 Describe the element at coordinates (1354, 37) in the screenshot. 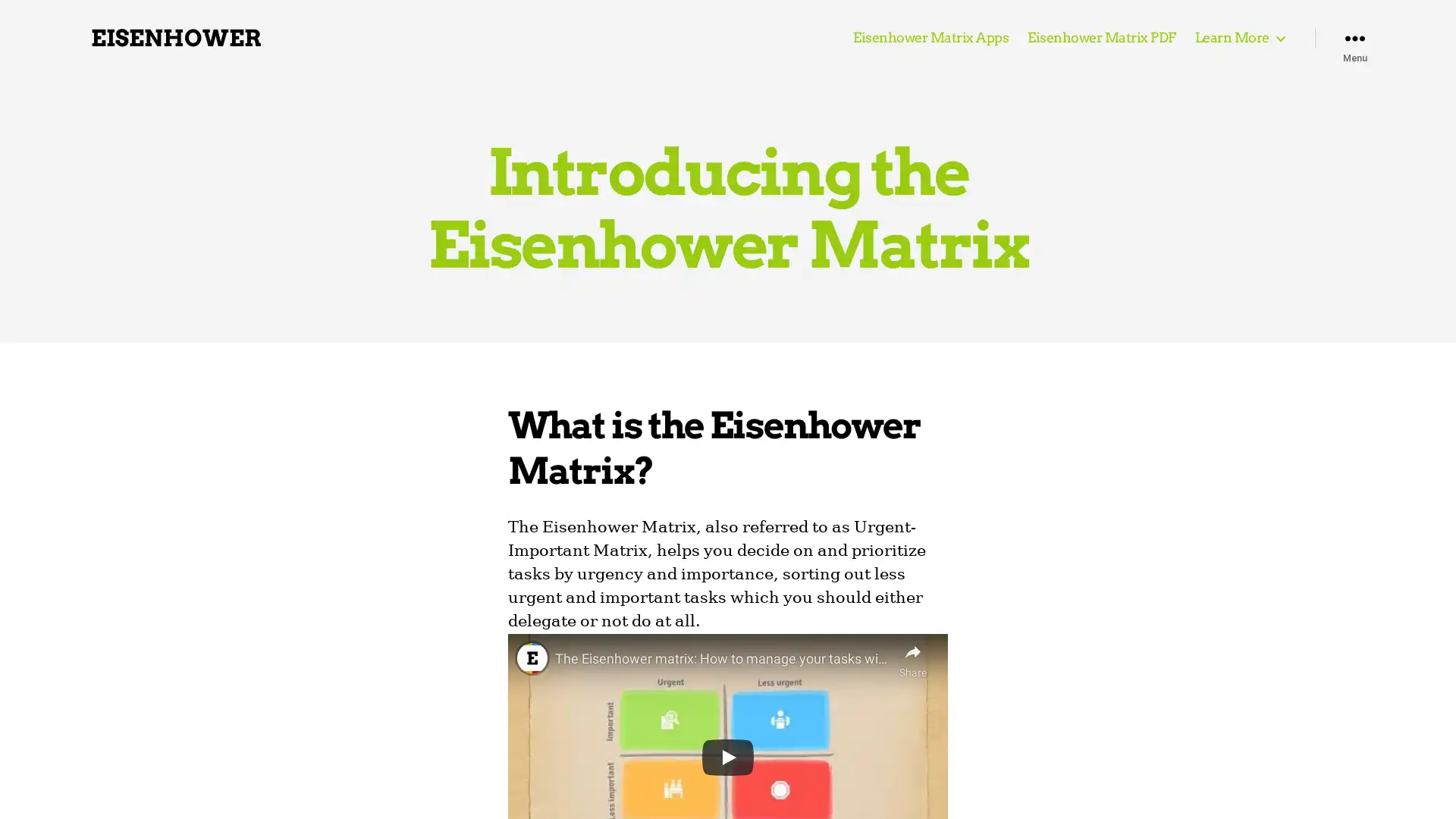

I see `Menu` at that location.